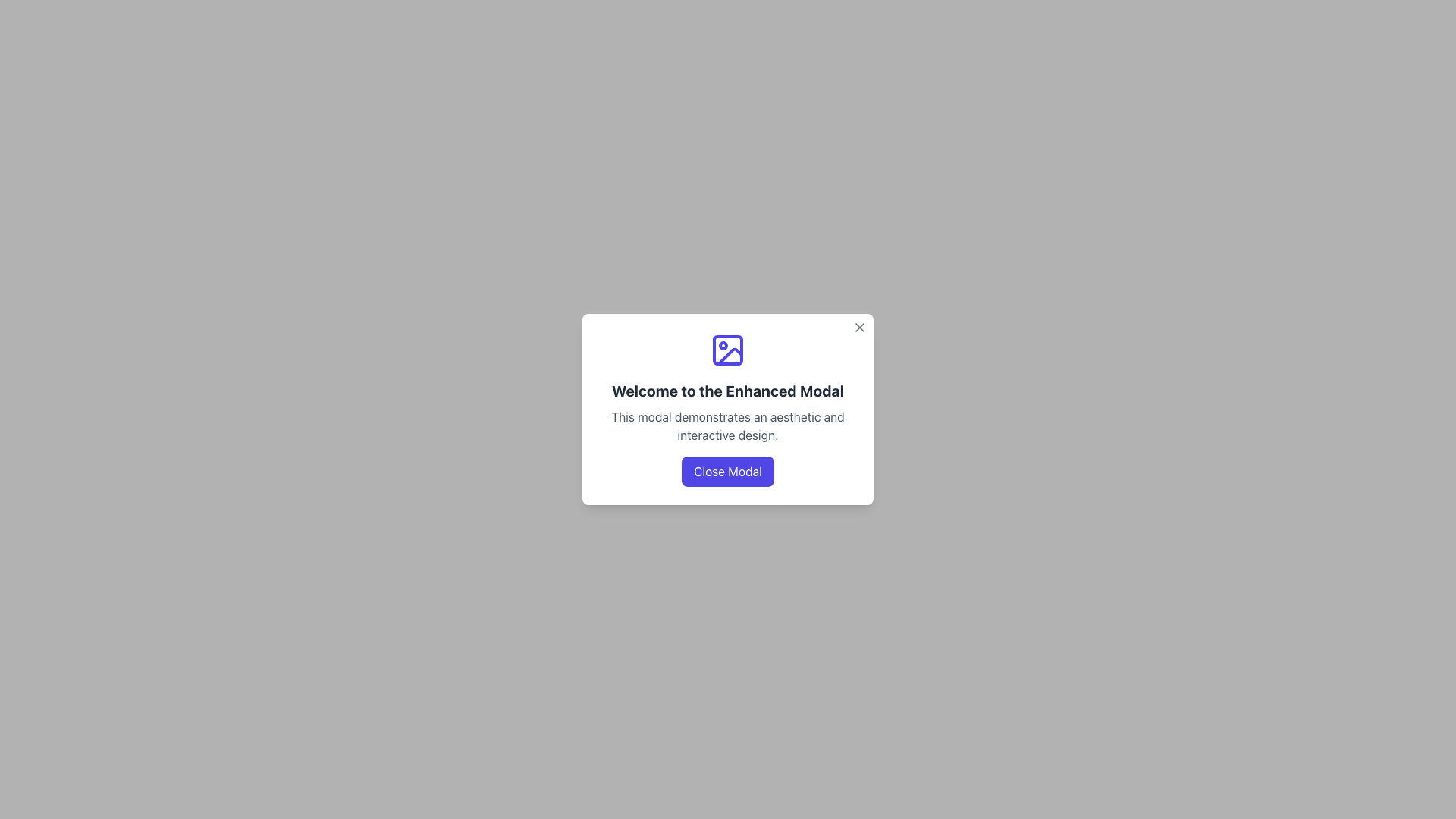  Describe the element at coordinates (728, 470) in the screenshot. I see `the close button located at the bottom center of the modal` at that location.